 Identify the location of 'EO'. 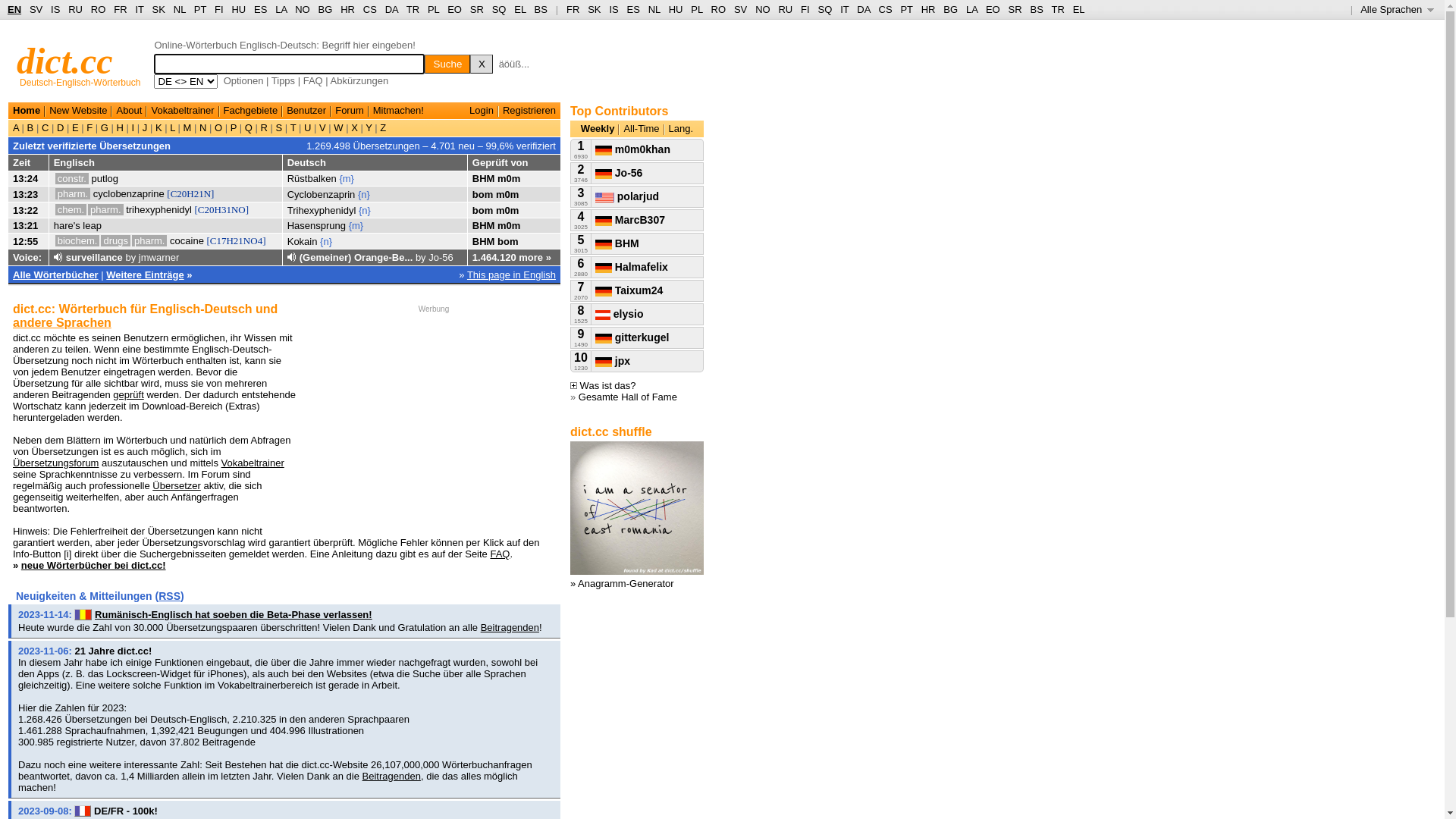
(453, 9).